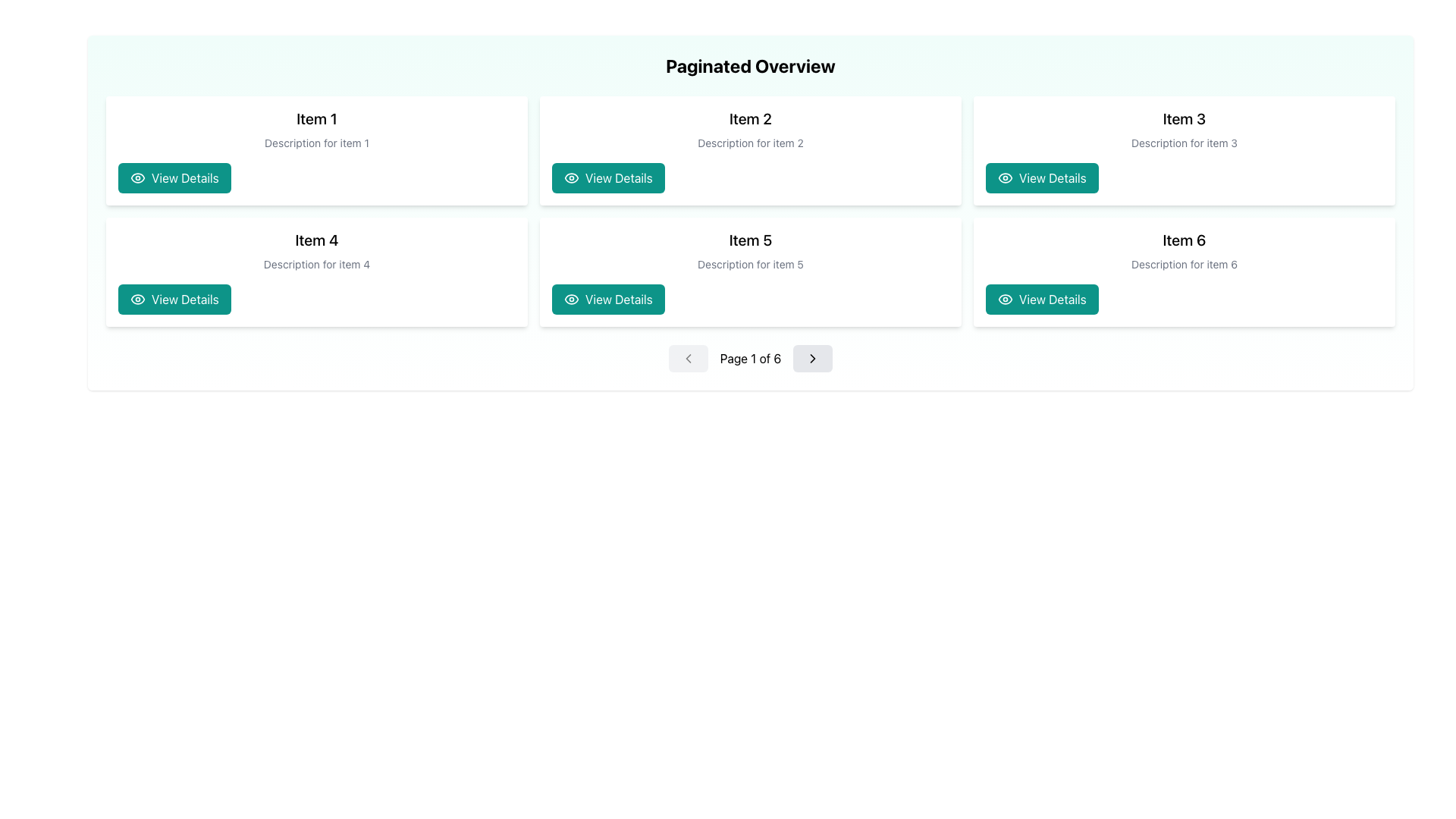 The width and height of the screenshot is (1456, 819). I want to click on the text label displaying 'Item 6', which is styled in a bold, large font and located in the bottom-right card of the grid layout, so click(1183, 239).